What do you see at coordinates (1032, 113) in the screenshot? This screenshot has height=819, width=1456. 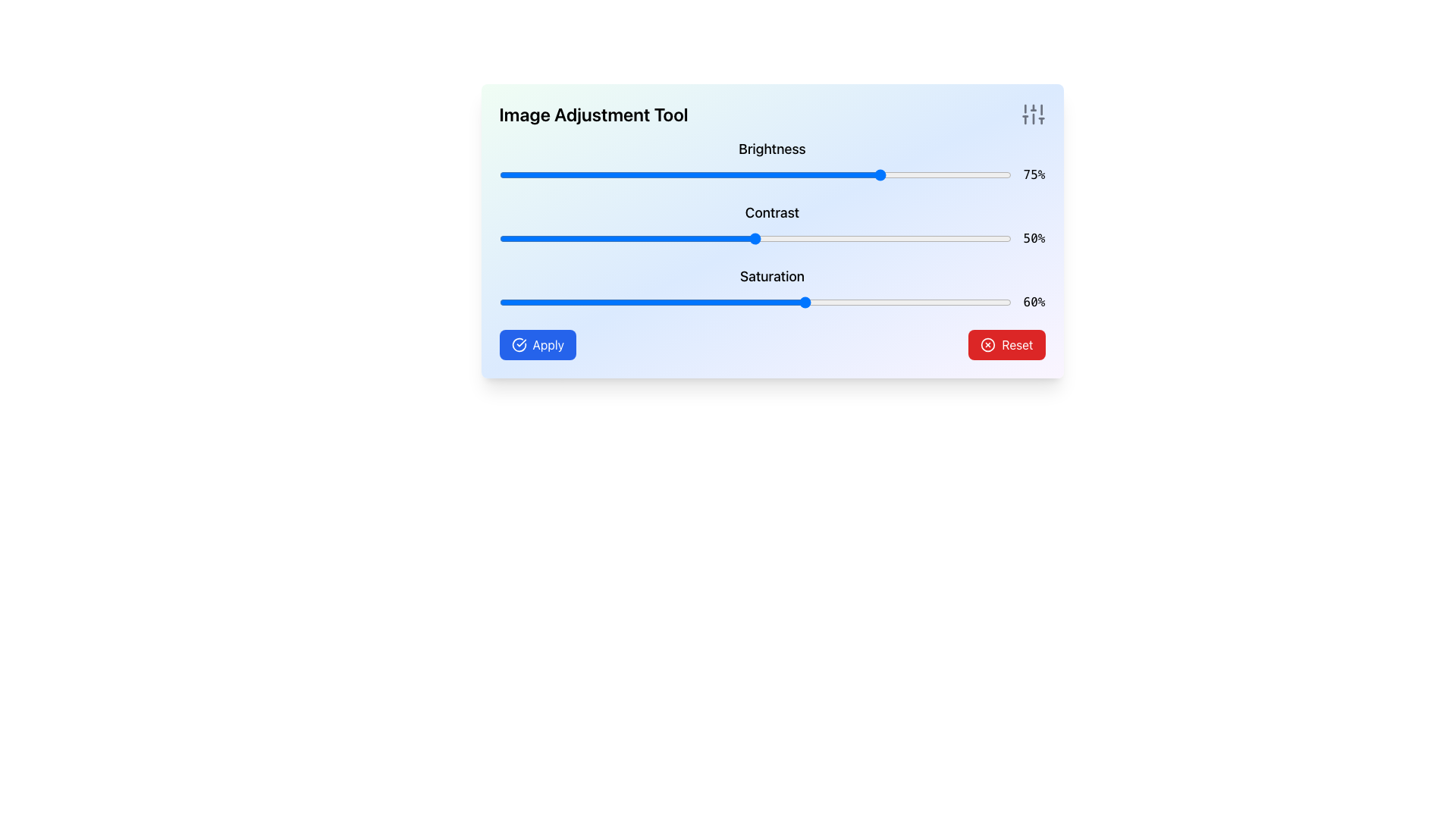 I see `the rightmost icon in the top bar of the 'Image Adjustment Tool'` at bounding box center [1032, 113].